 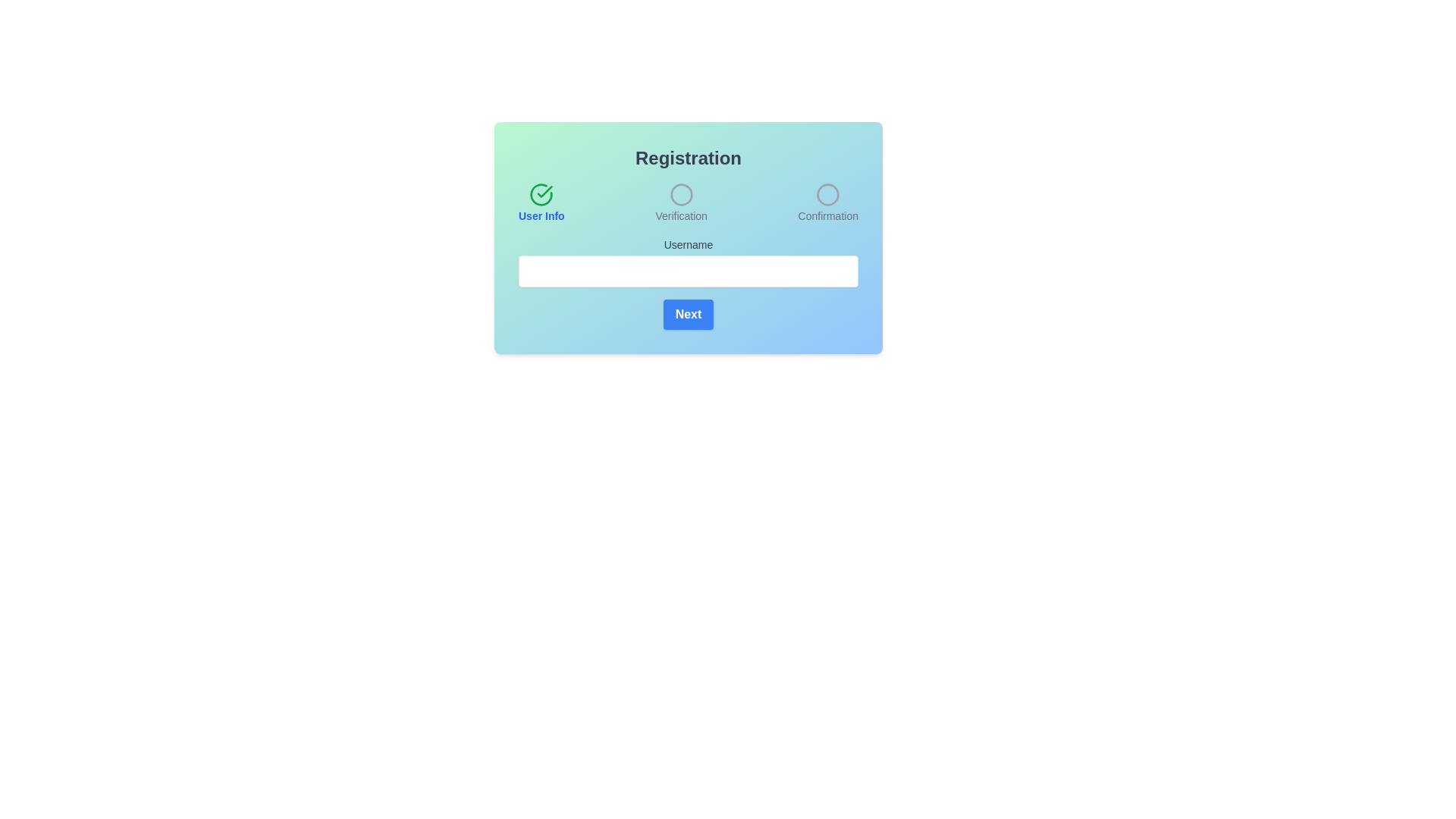 I want to click on the last step indicator circle for the 'Confirmation' step, which is a thin gray outlined circle with a diameter of 20 pixels, so click(x=827, y=194).